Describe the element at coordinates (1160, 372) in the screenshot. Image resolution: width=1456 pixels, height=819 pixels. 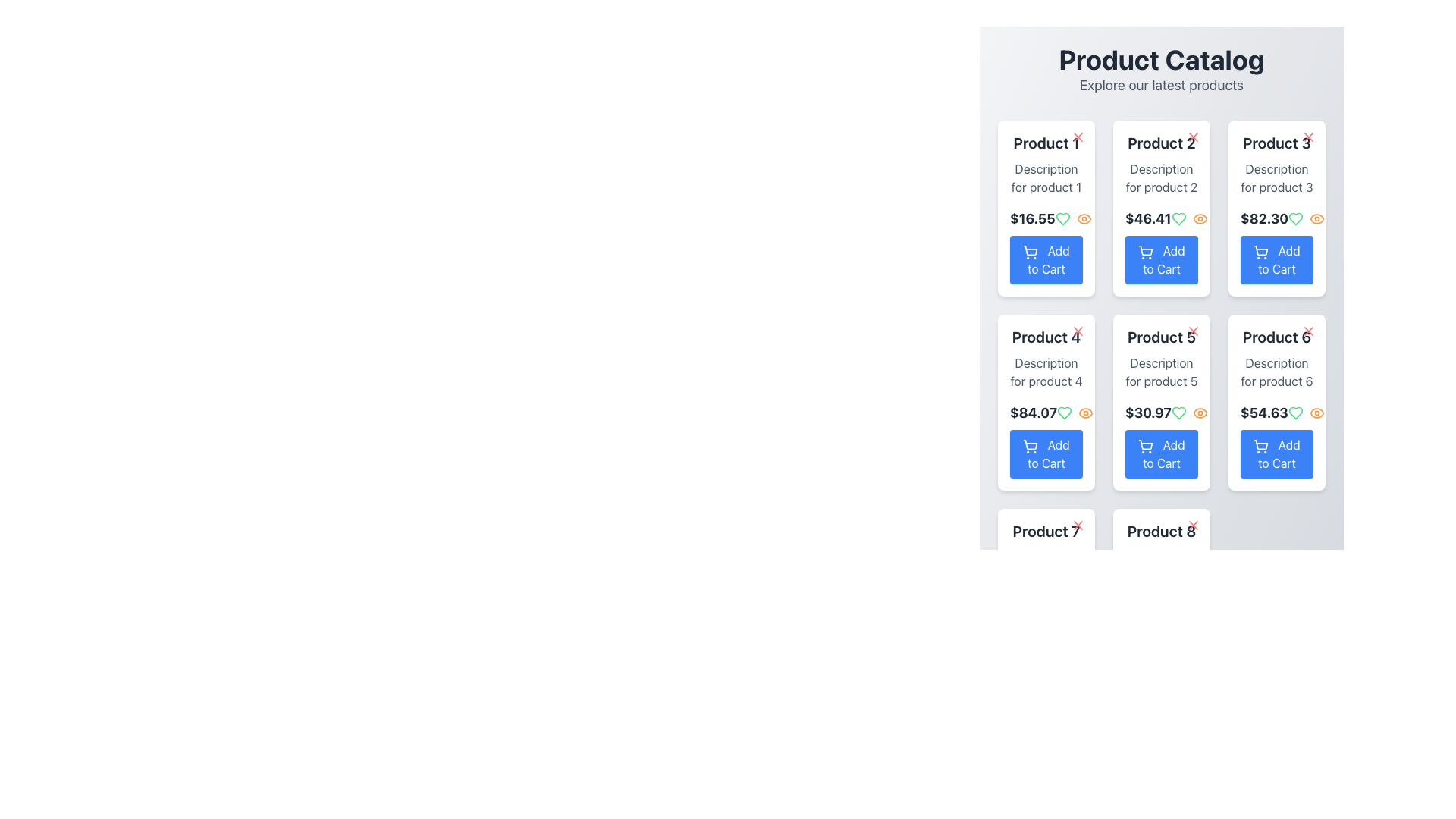
I see `descriptive information text label for 'Product 5', which is located below the product name and above the price and 'Add to Cart' button` at that location.